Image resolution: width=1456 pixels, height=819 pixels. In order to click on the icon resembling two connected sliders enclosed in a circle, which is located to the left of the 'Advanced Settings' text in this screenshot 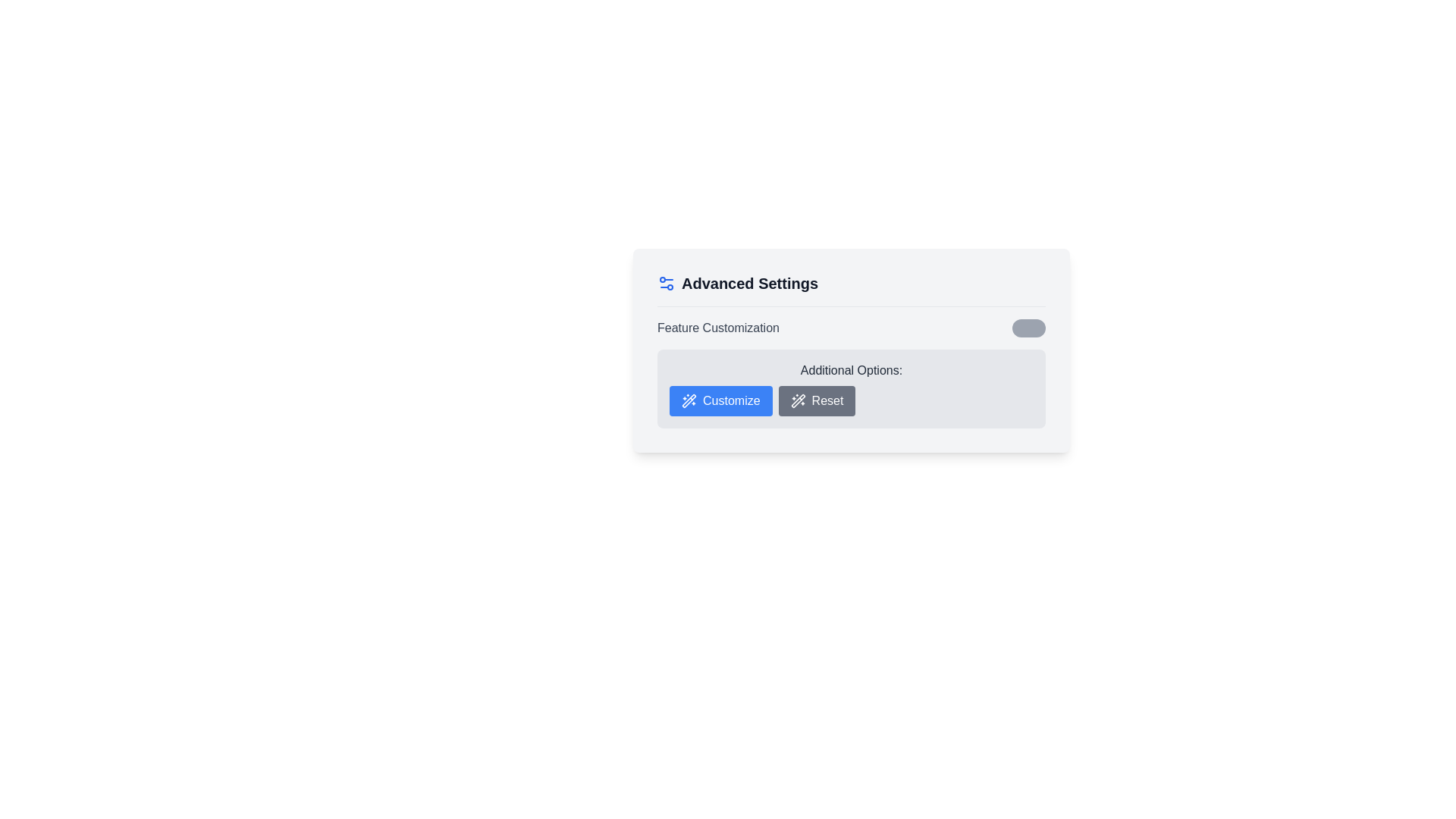, I will do `click(666, 284)`.